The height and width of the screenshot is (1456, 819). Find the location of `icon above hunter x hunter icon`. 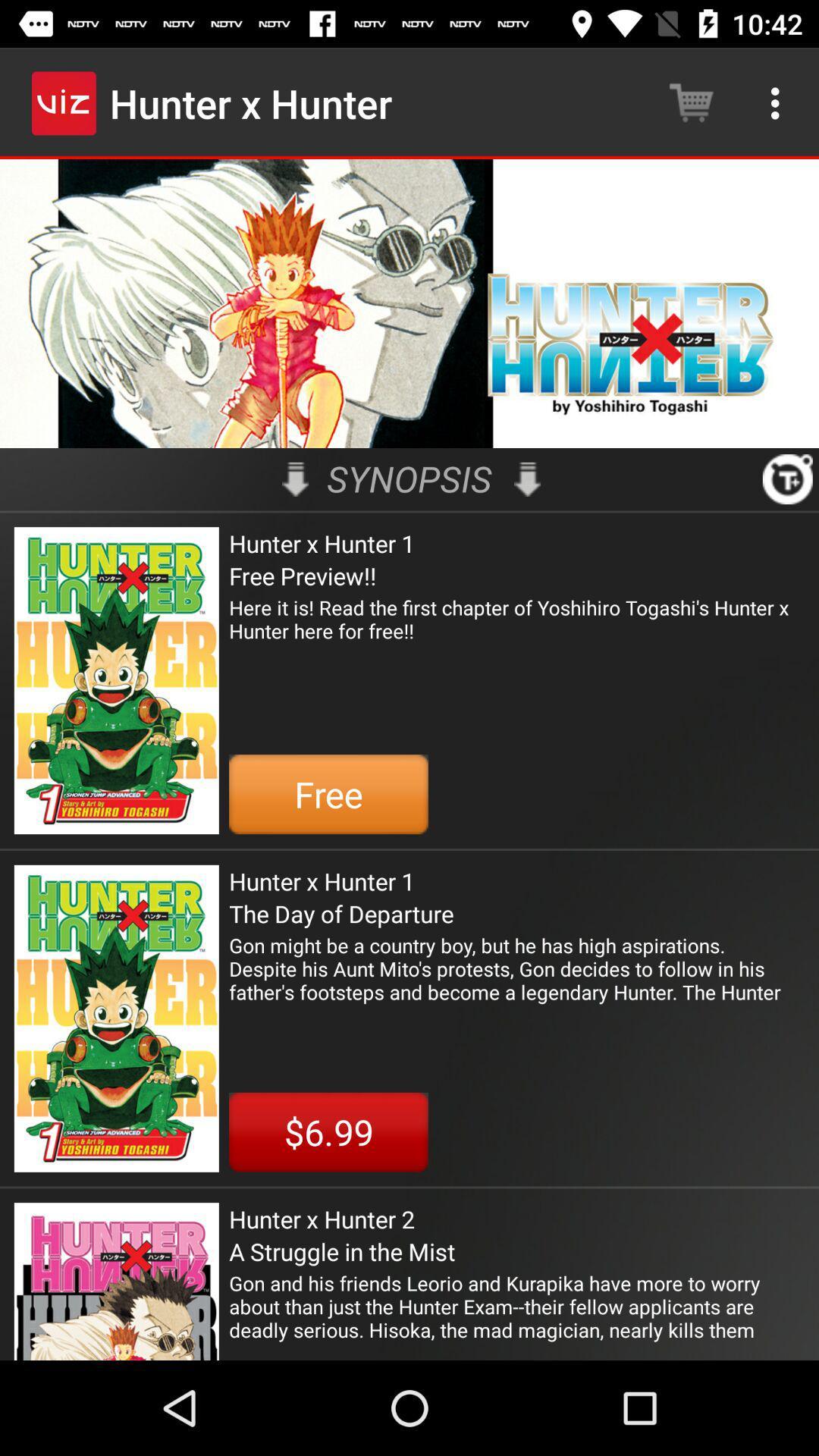

icon above hunter x hunter icon is located at coordinates (409, 478).